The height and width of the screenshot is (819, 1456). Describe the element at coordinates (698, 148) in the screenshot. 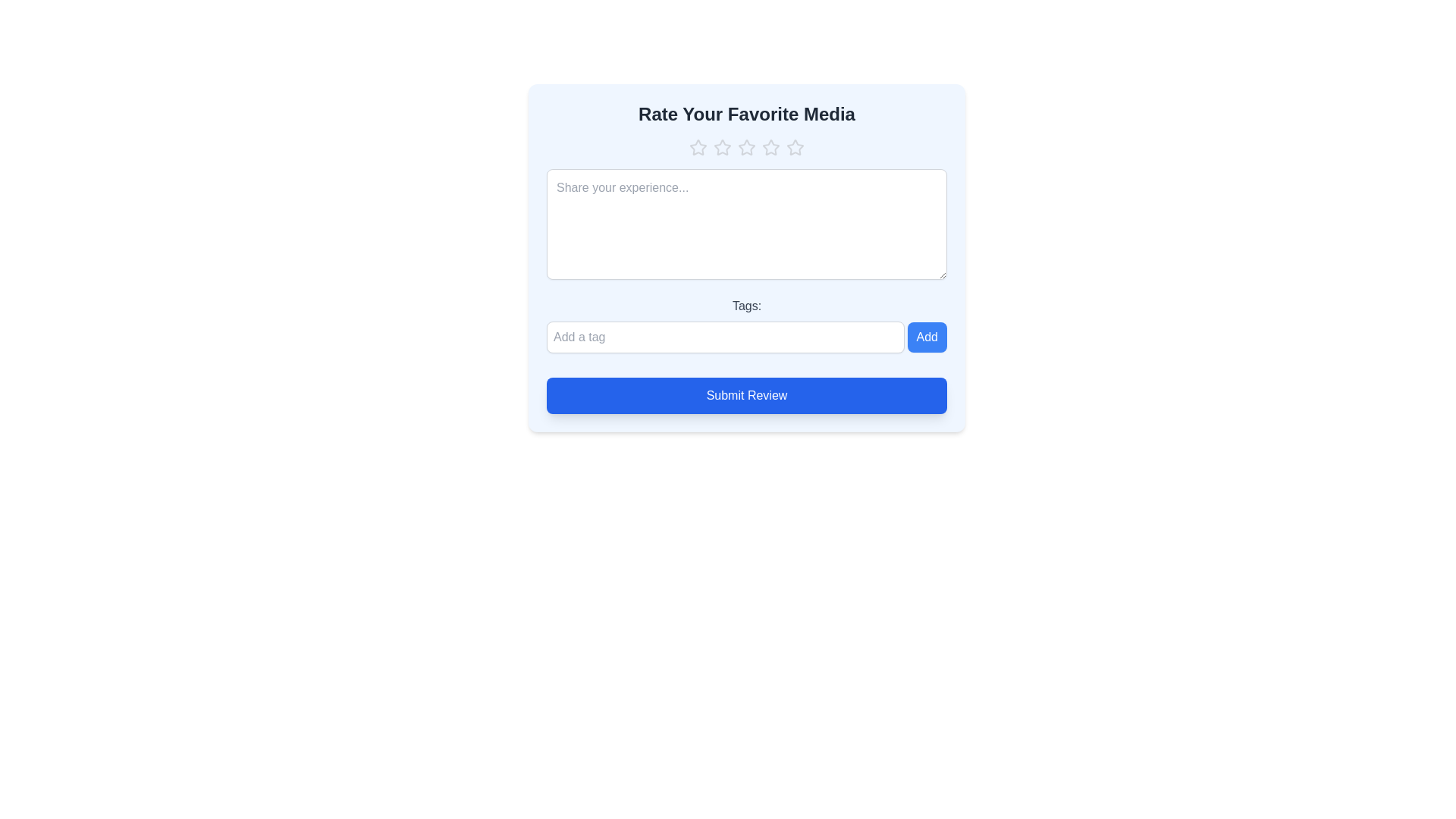

I see `the first star icon in the rating row` at that location.